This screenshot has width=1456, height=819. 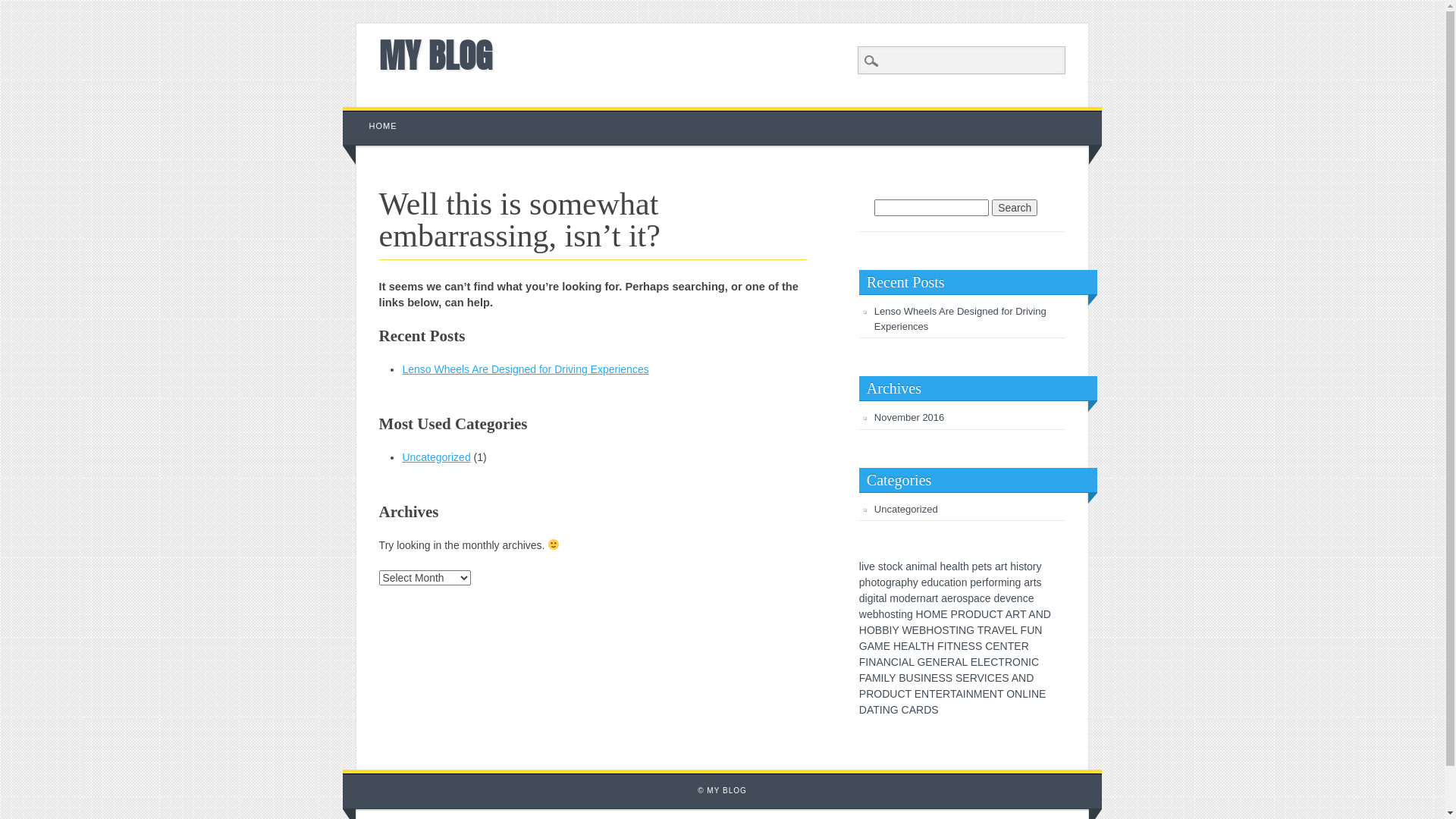 What do you see at coordinates (930, 566) in the screenshot?
I see `'a'` at bounding box center [930, 566].